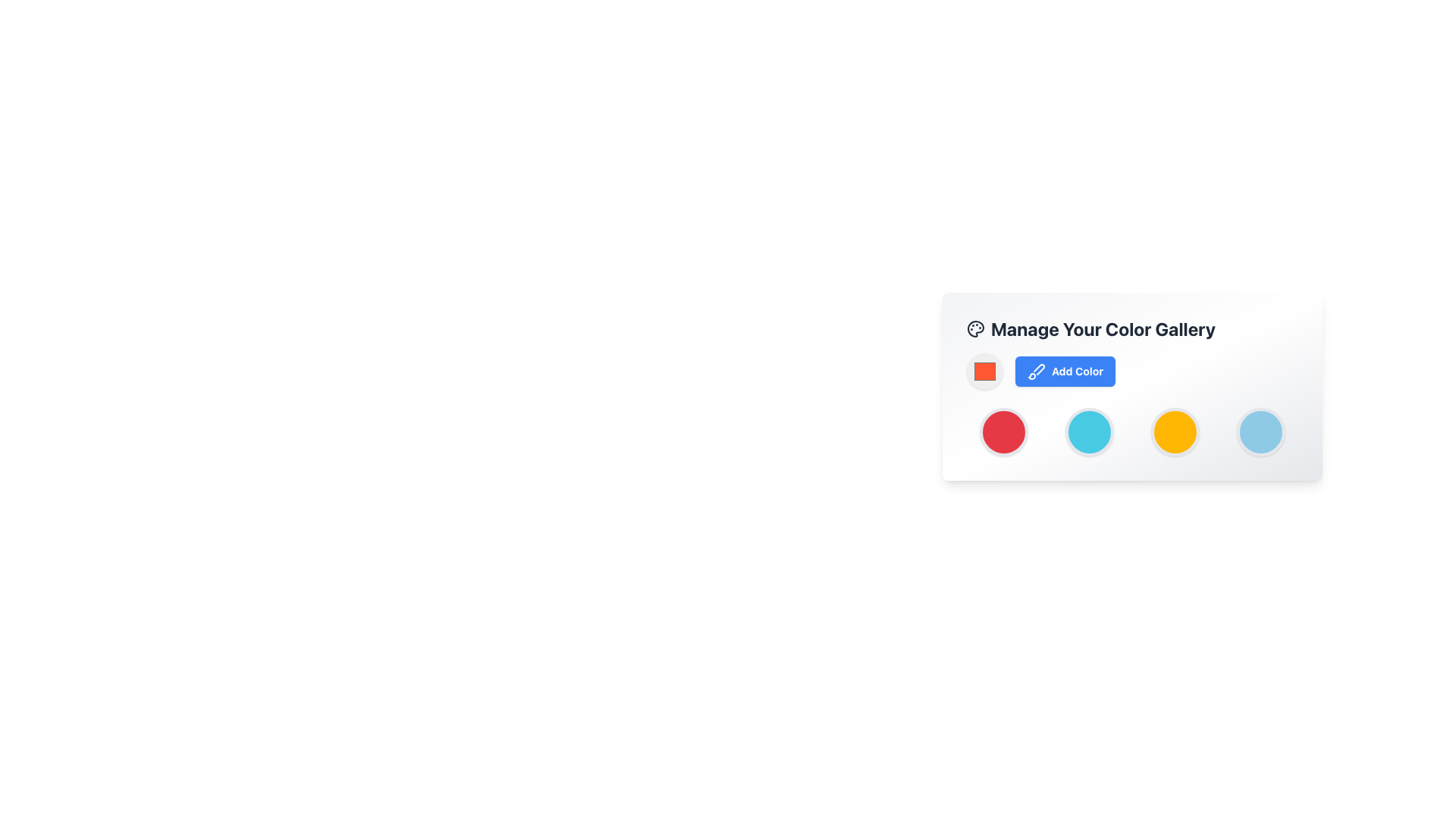  Describe the element at coordinates (1003, 432) in the screenshot. I see `the first Decorative Color Button representing red color` at that location.